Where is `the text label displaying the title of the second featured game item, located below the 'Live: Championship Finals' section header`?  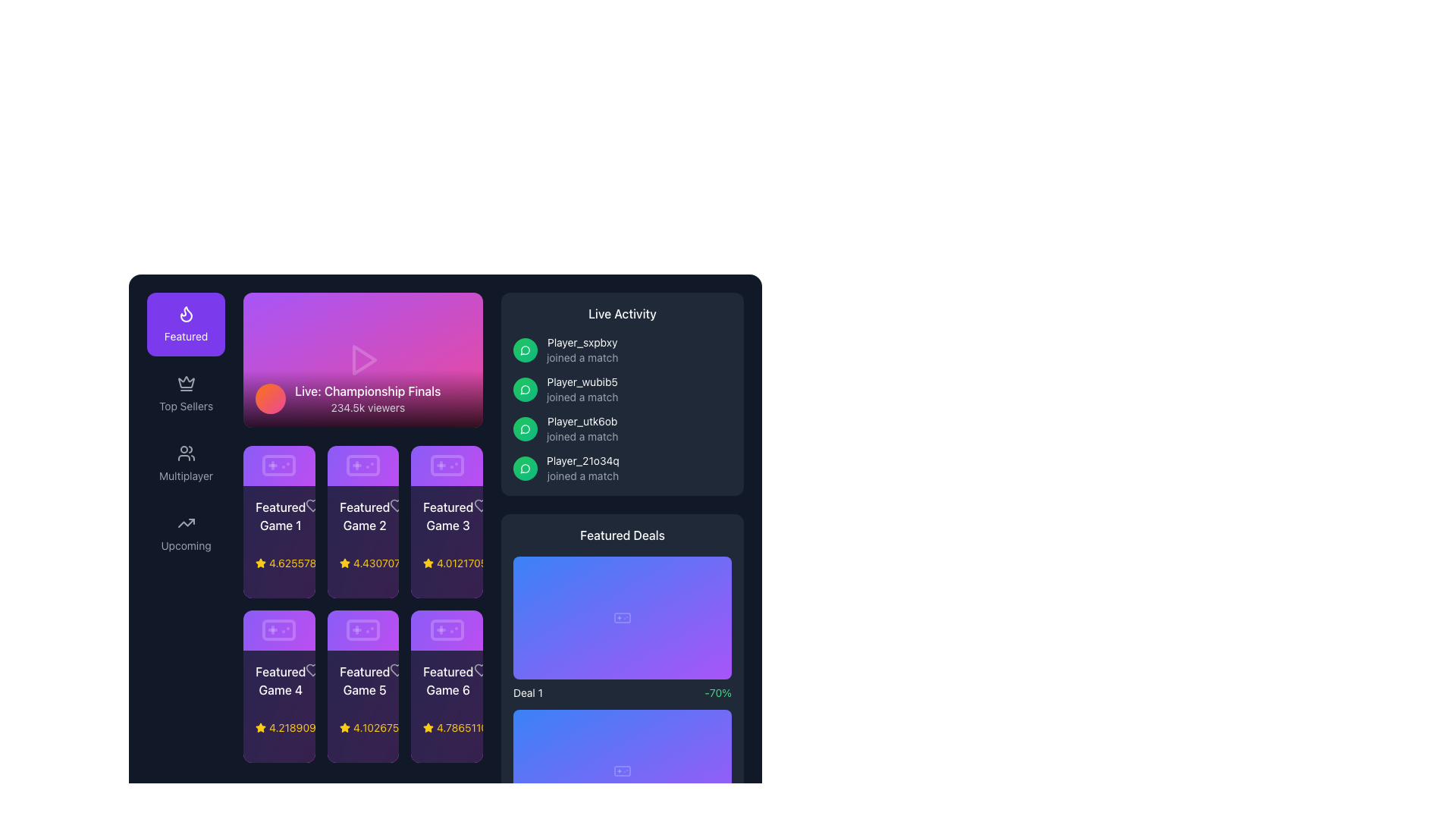
the text label displaying the title of the second featured game item, located below the 'Live: Championship Finals' section header is located at coordinates (362, 515).